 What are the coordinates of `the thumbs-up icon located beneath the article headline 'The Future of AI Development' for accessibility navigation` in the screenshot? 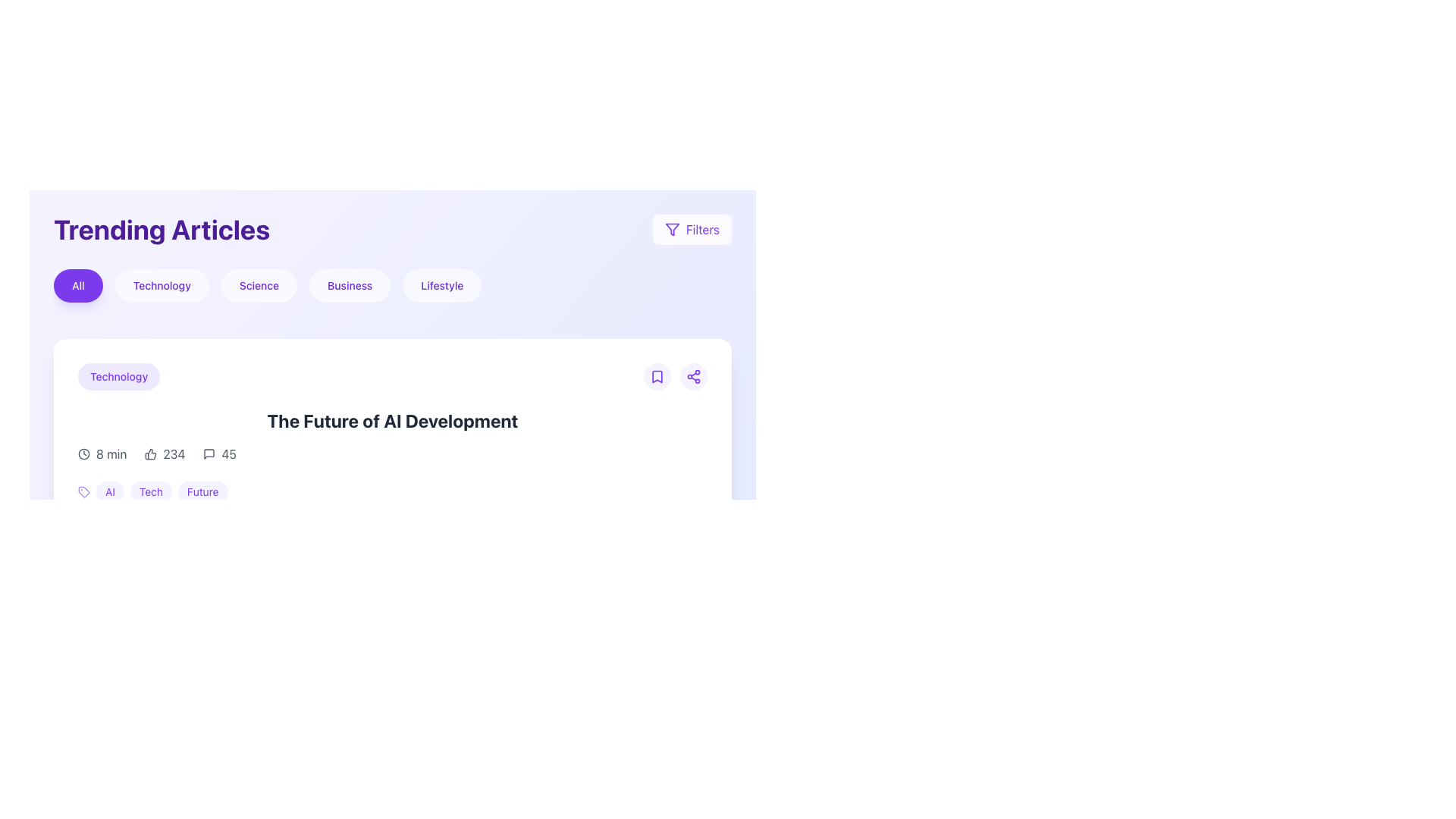 It's located at (151, 453).